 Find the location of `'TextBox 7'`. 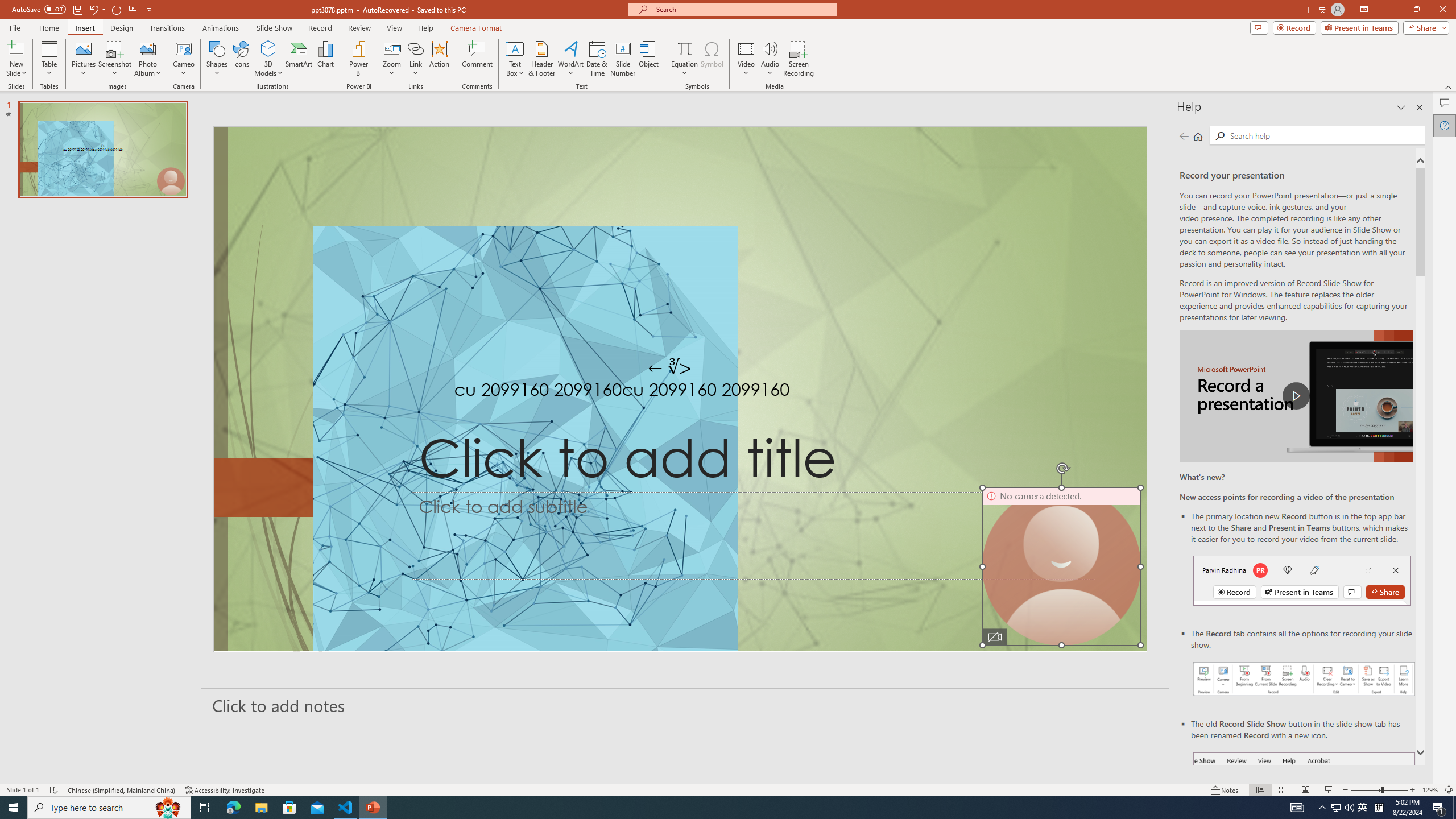

'TextBox 7' is located at coordinates (670, 367).